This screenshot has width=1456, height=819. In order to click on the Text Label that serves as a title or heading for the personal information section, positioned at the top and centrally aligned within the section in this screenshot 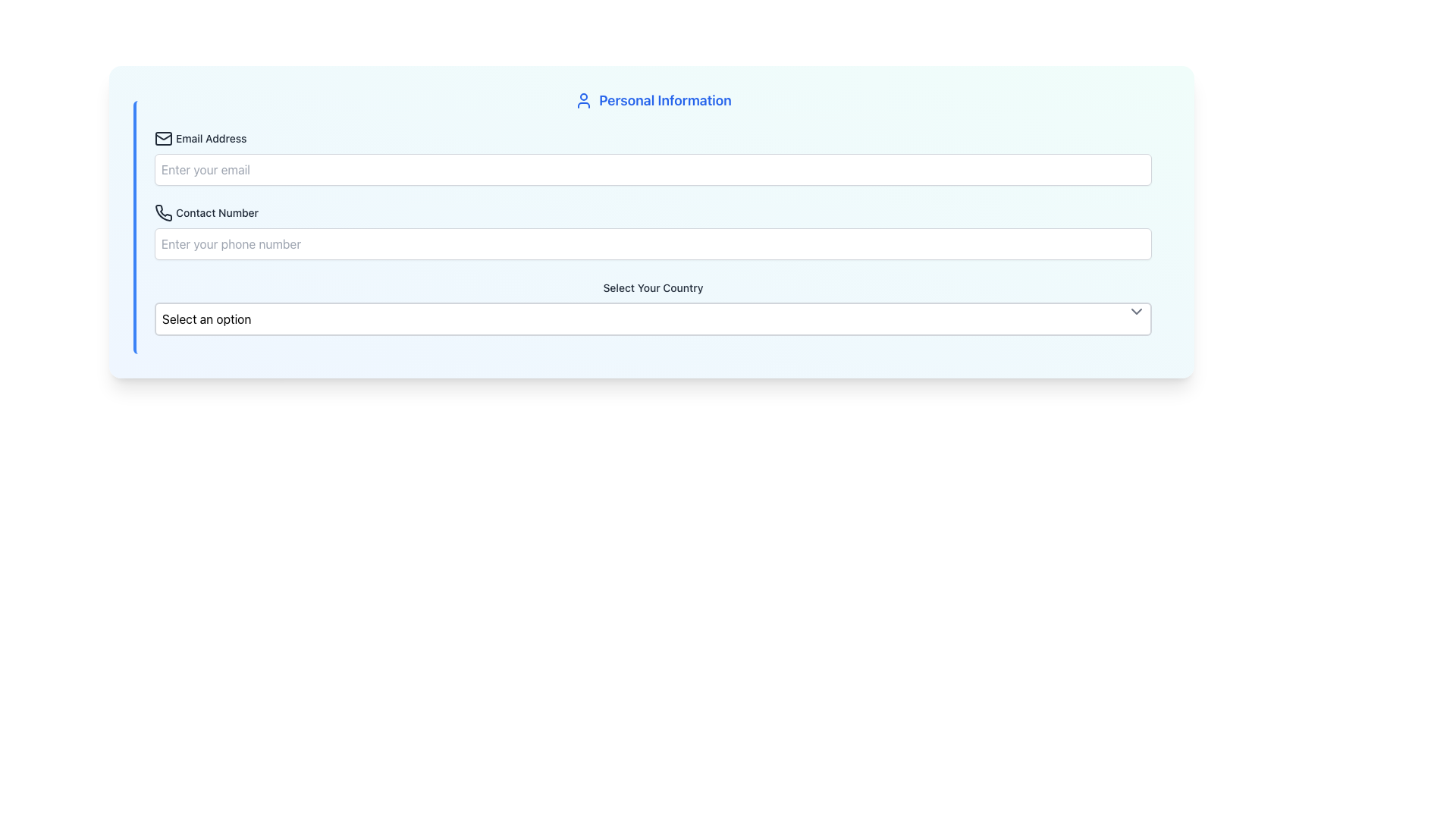, I will do `click(653, 100)`.